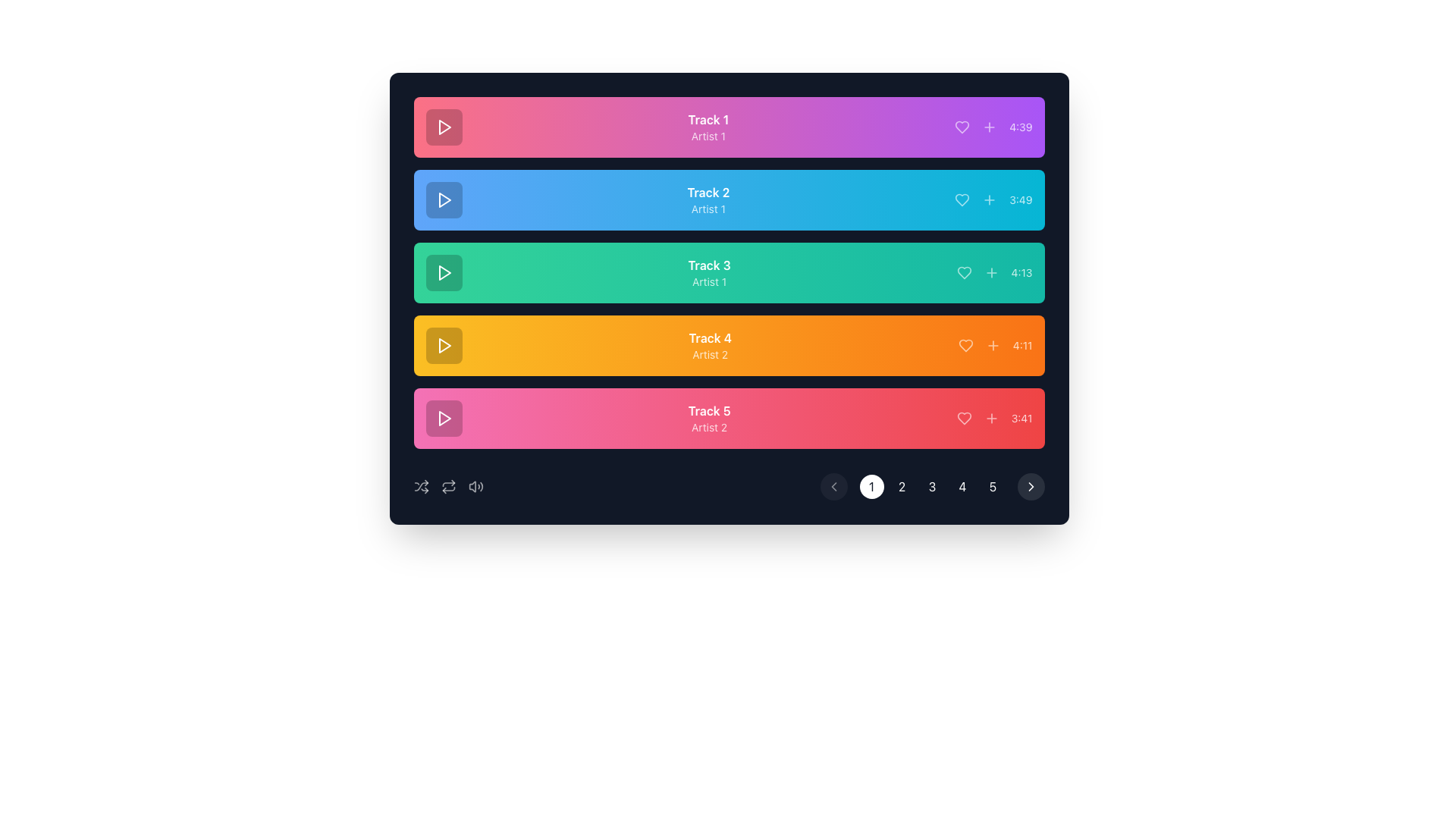 The width and height of the screenshot is (1456, 819). Describe the element at coordinates (708, 192) in the screenshot. I see `the main title text label 'Track 2', which identifies the associated track` at that location.